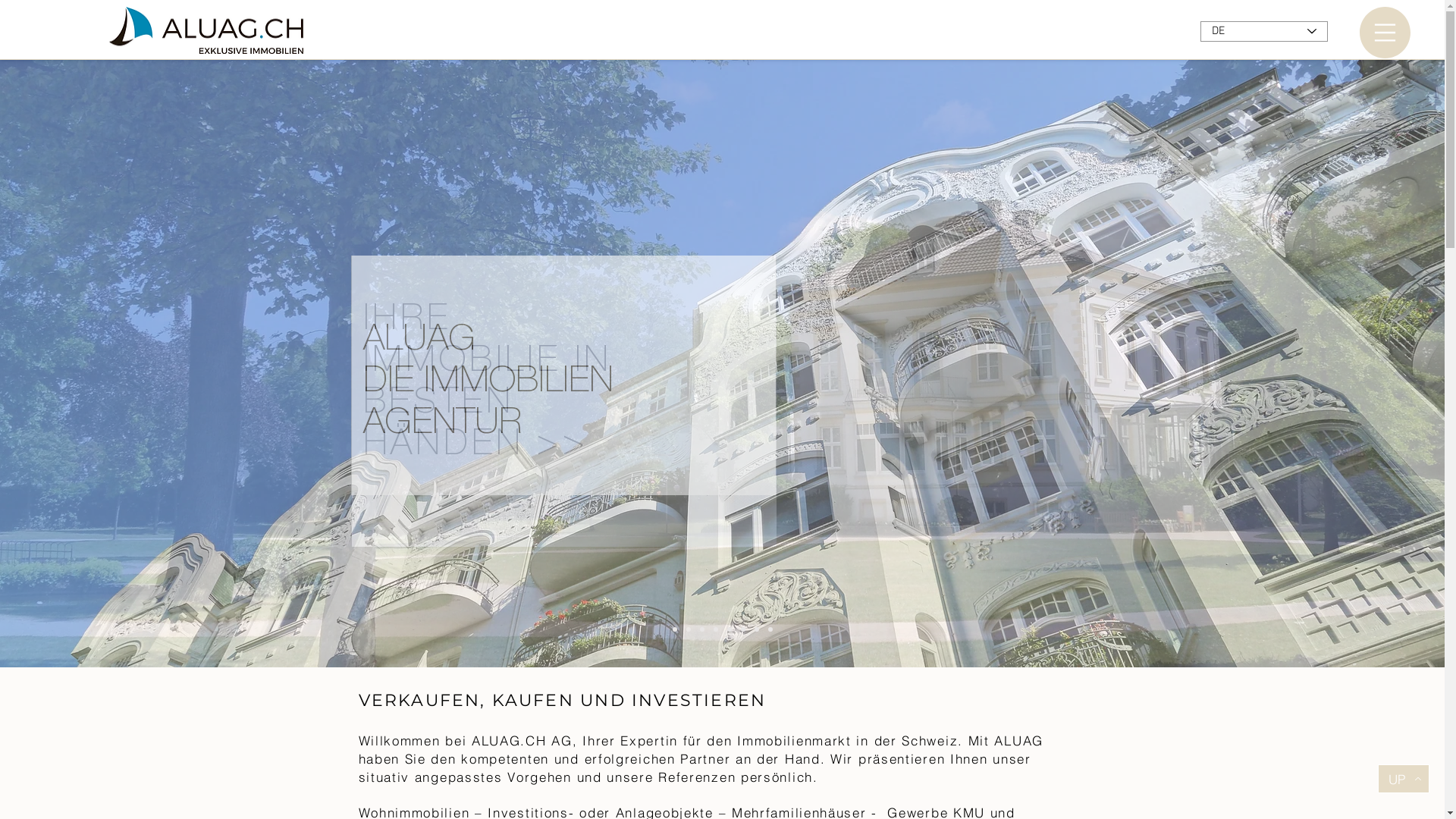 This screenshot has width=1456, height=819. I want to click on 'UP', so click(1378, 778).